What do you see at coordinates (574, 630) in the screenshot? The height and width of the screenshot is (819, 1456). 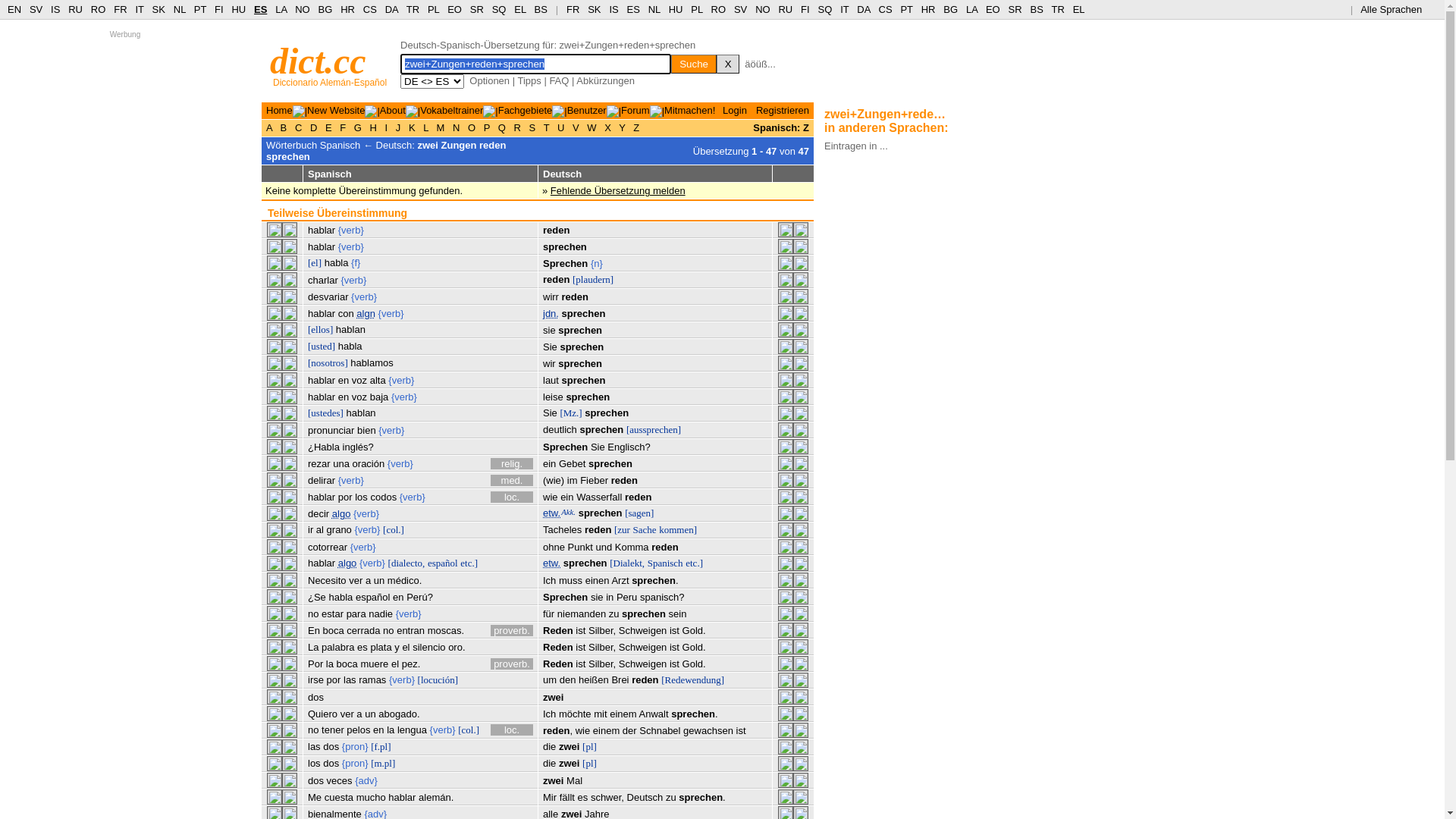 I see `'ist'` at bounding box center [574, 630].